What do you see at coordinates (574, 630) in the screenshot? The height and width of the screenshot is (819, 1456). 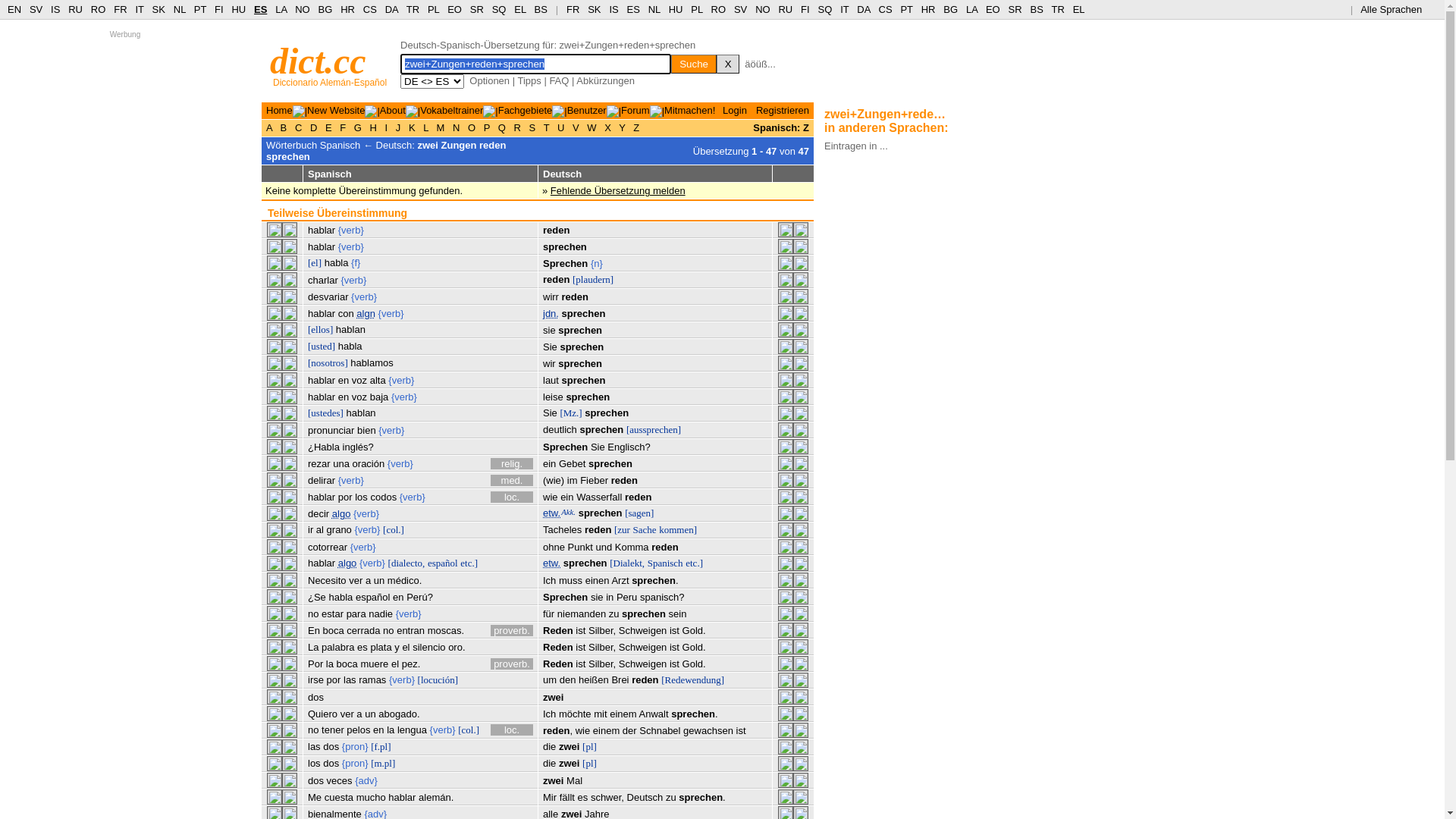 I see `'ist'` at bounding box center [574, 630].